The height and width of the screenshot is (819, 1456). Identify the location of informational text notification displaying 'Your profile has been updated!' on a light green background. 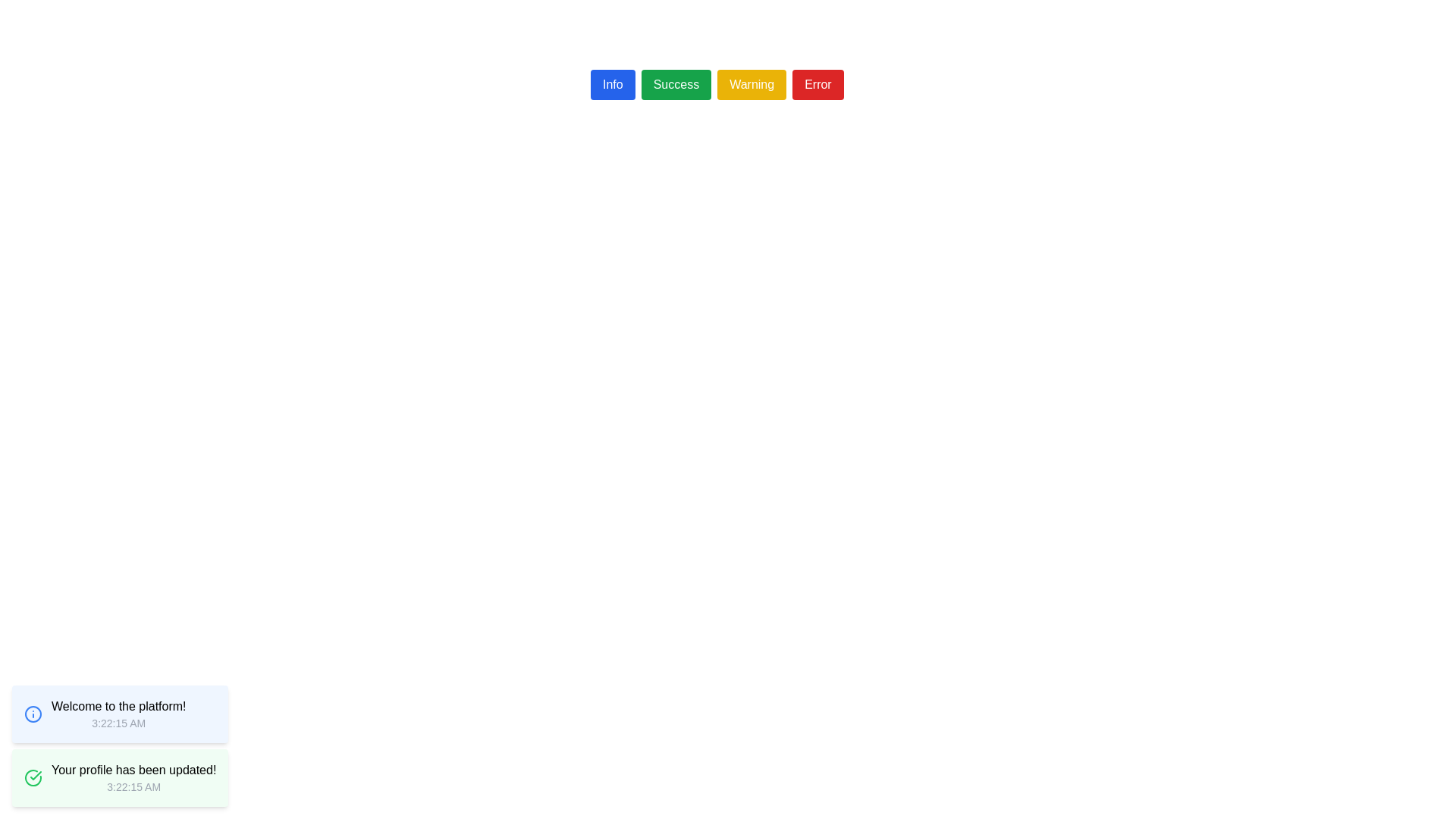
(133, 778).